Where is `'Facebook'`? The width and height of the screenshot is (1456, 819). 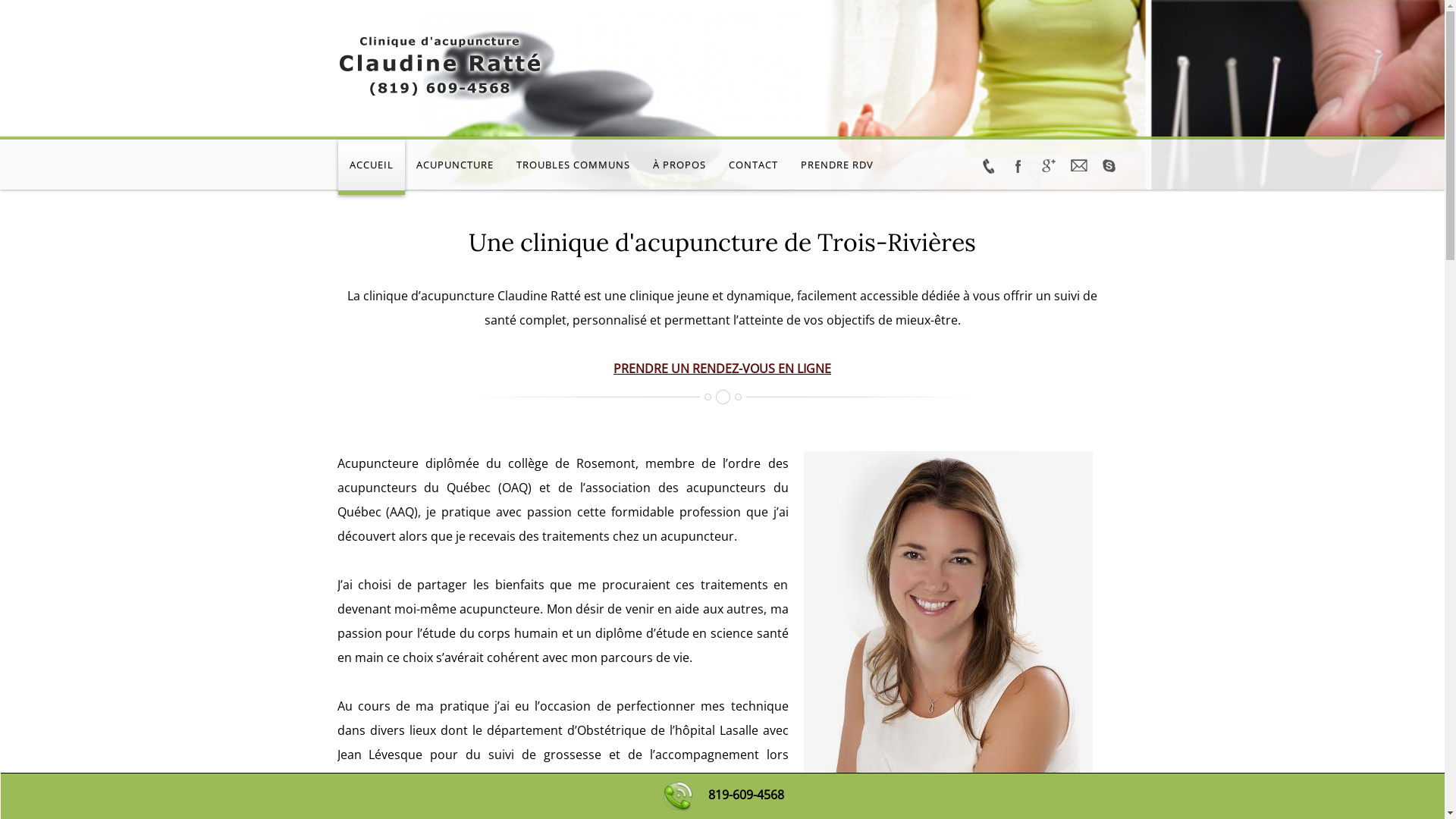
'Facebook' is located at coordinates (1018, 166).